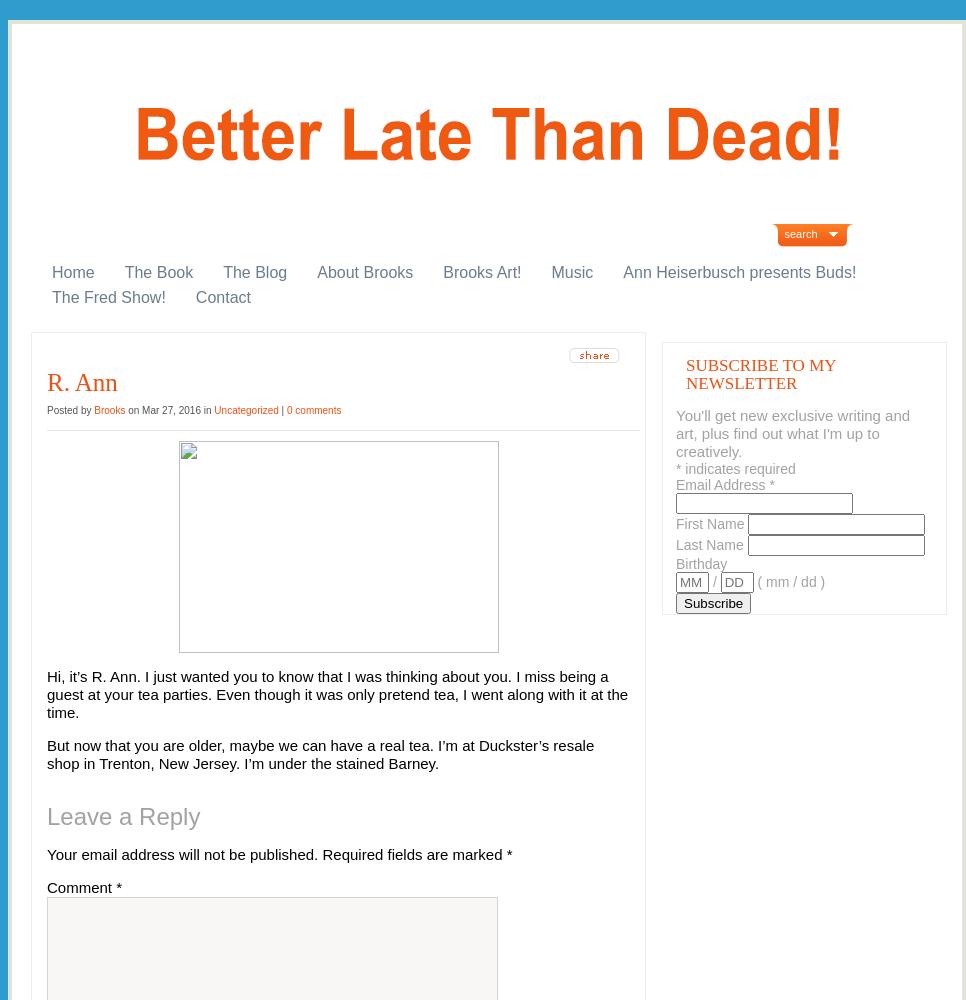  Describe the element at coordinates (80, 887) in the screenshot. I see `'Comment'` at that location.